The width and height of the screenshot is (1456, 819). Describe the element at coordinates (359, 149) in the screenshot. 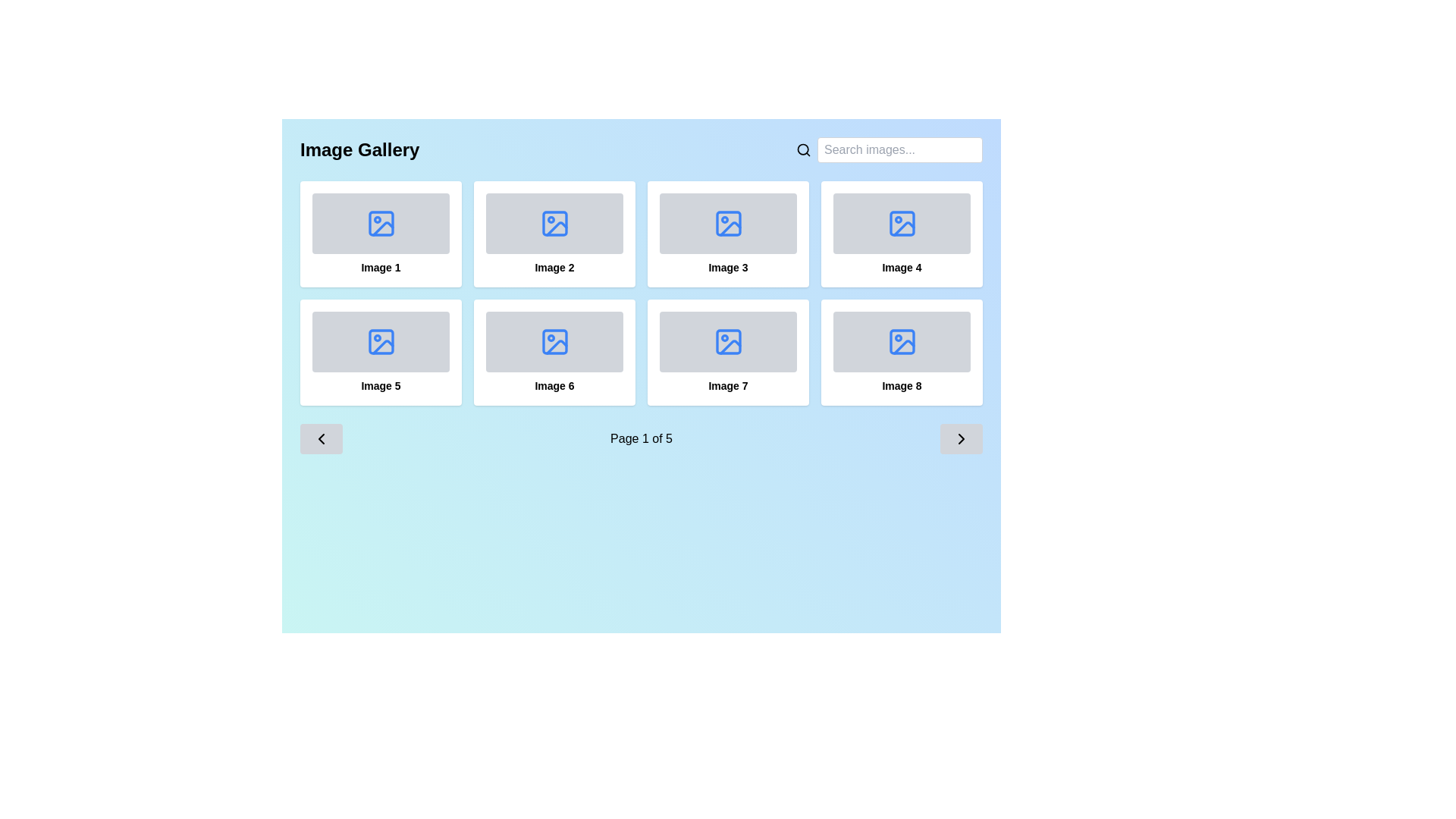

I see `the prominent heading styled with a bold and large font size displaying the text 'Image Gallery', located at the top left of the interface against a light blue background` at that location.